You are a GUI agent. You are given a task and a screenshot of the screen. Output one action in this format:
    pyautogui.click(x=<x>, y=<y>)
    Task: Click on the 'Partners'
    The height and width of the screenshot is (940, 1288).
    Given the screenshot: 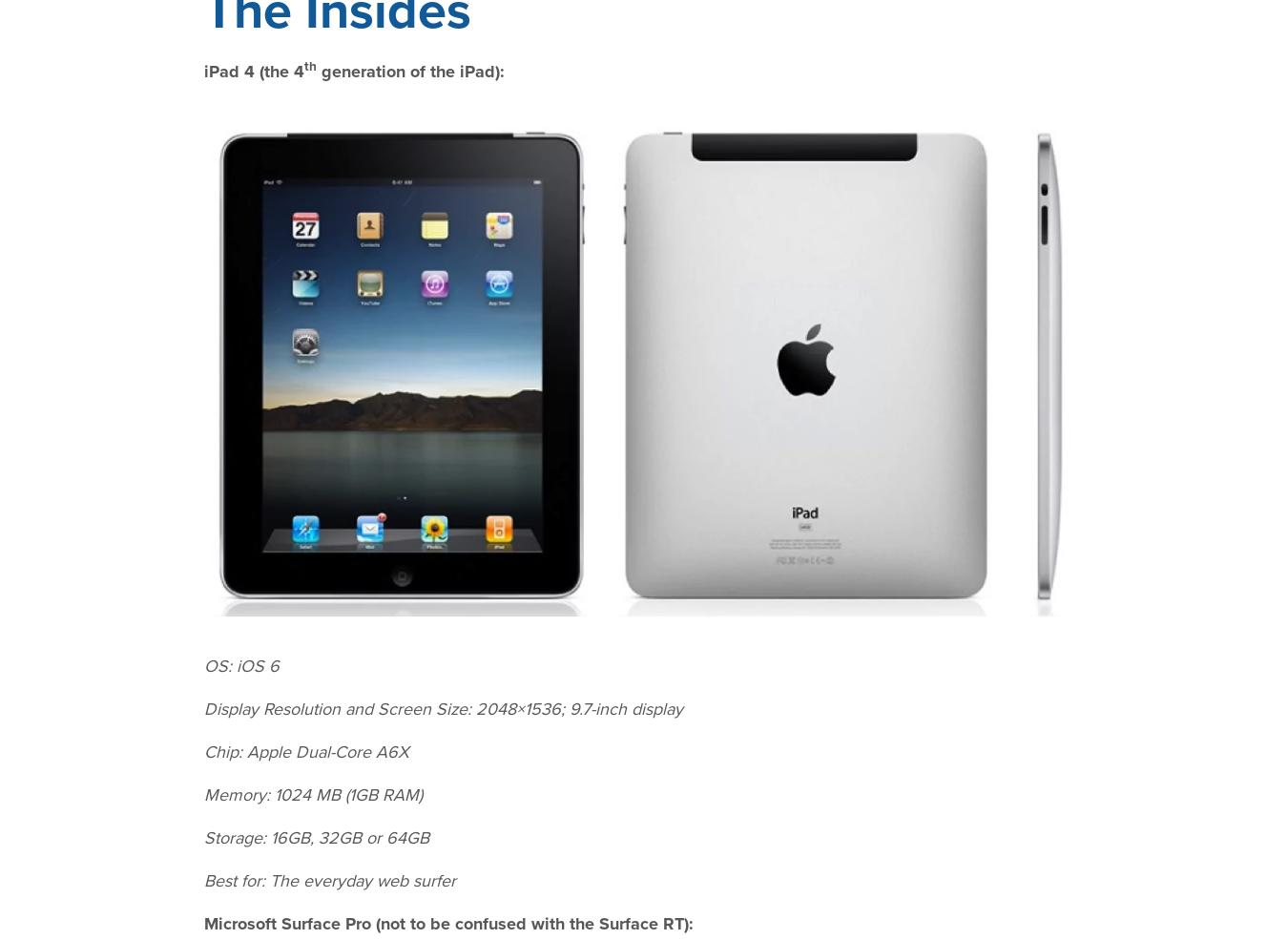 What is the action you would take?
    pyautogui.click(x=696, y=807)
    